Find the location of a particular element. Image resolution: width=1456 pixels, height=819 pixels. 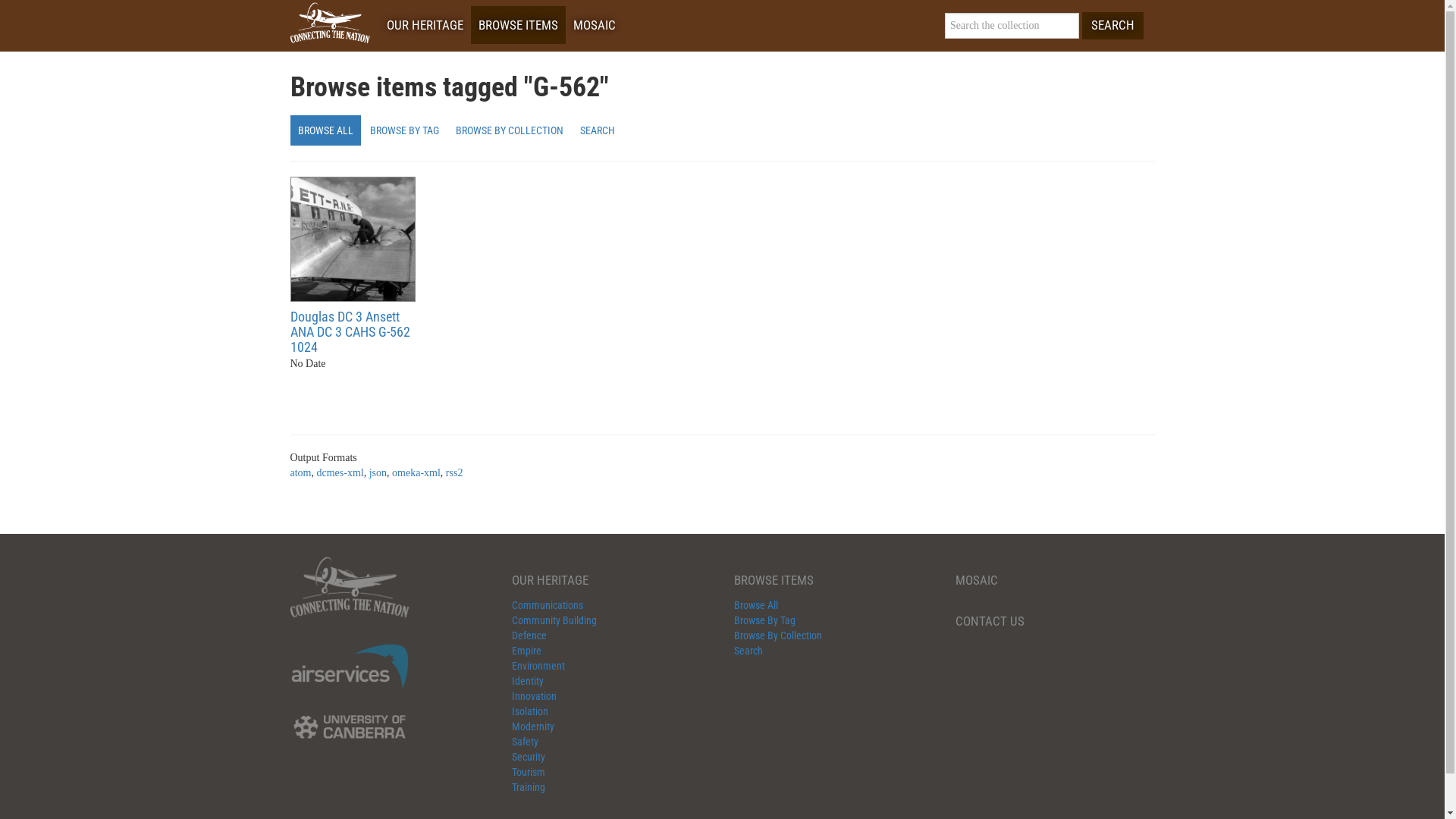

'OUR HERITAGE' is located at coordinates (425, 25).